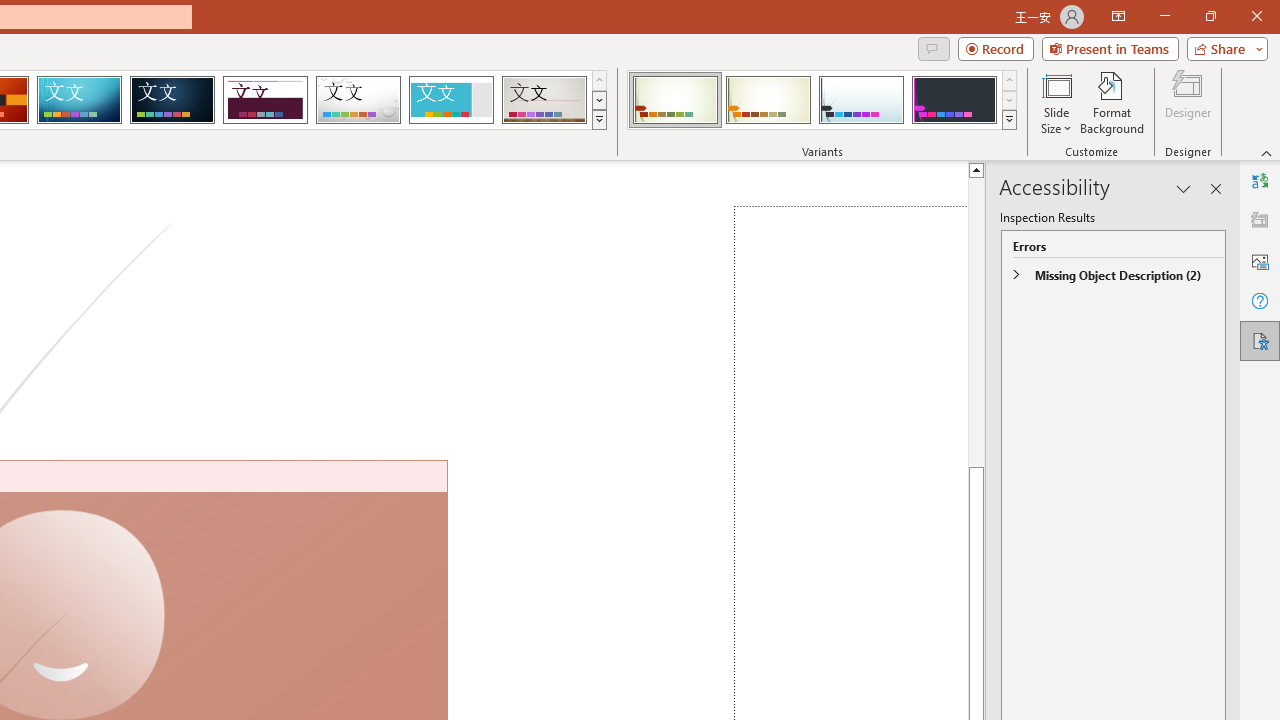 Image resolution: width=1280 pixels, height=720 pixels. I want to click on 'Circuit', so click(79, 100).